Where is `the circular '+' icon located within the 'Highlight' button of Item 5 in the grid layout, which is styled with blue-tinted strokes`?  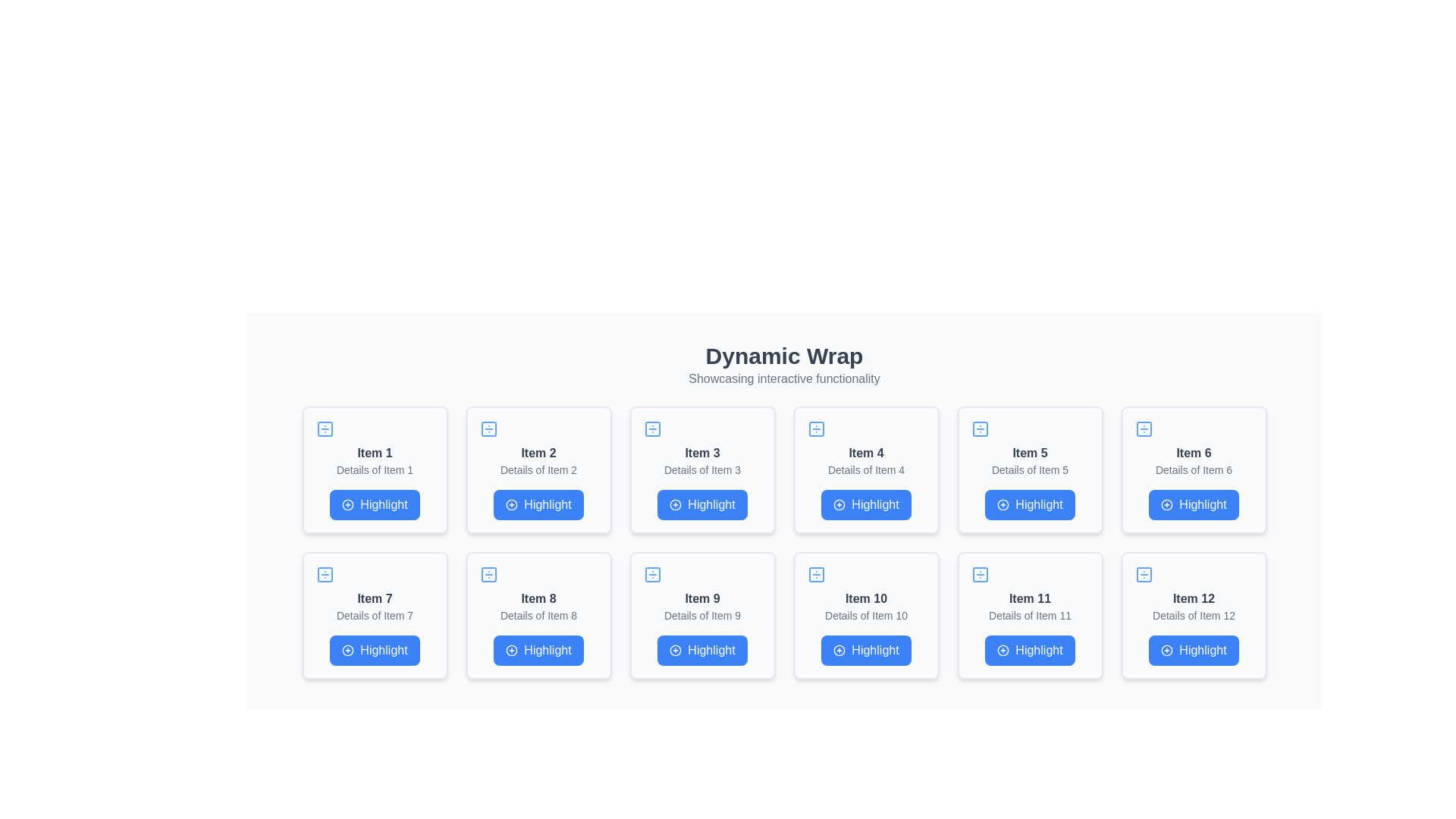
the circular '+' icon located within the 'Highlight' button of Item 5 in the grid layout, which is styled with blue-tinted strokes is located at coordinates (1003, 505).